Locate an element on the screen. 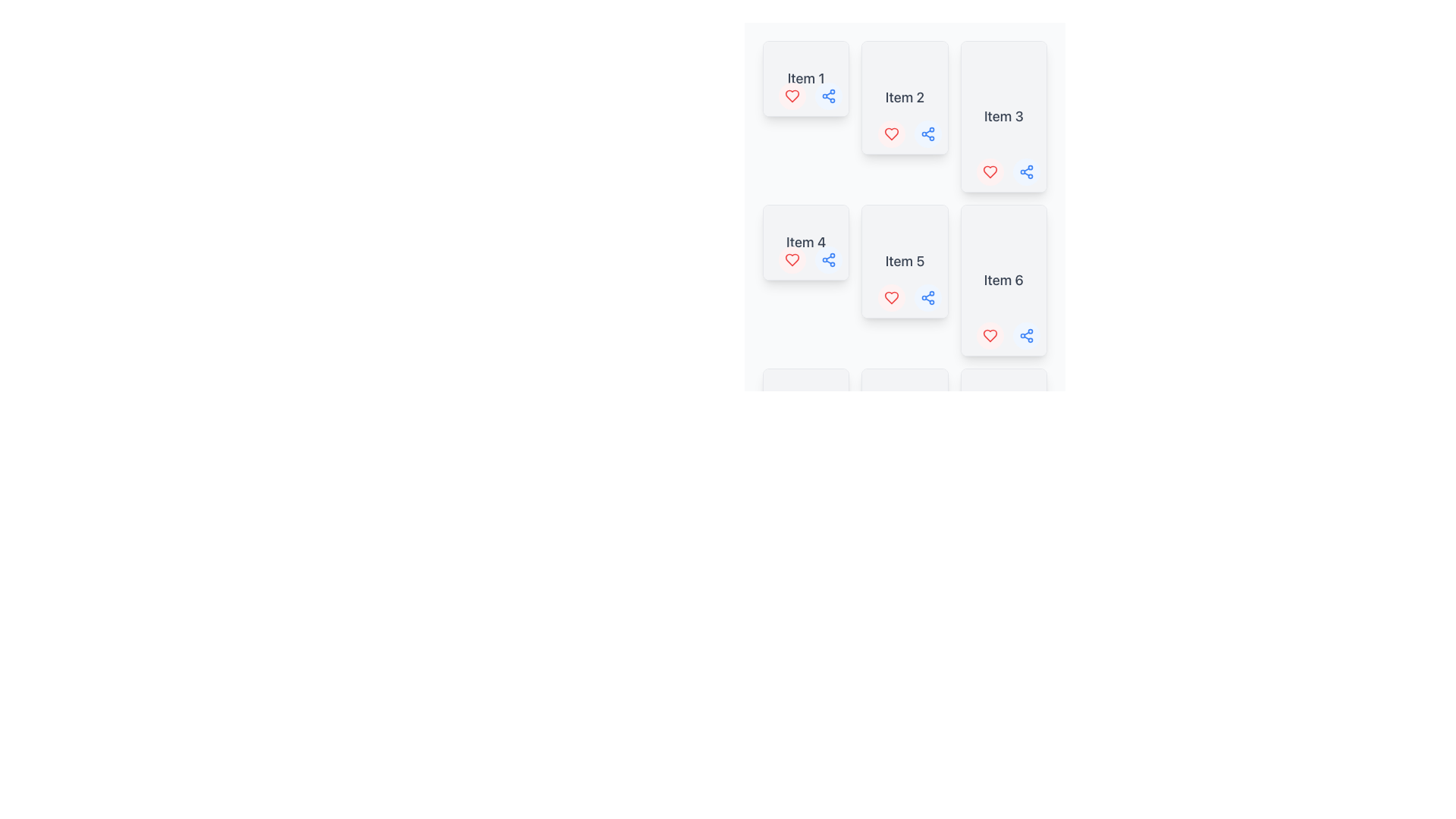  the Text Label displaying 'Item 5' located in the second row, second column of the grid layout is located at coordinates (905, 260).